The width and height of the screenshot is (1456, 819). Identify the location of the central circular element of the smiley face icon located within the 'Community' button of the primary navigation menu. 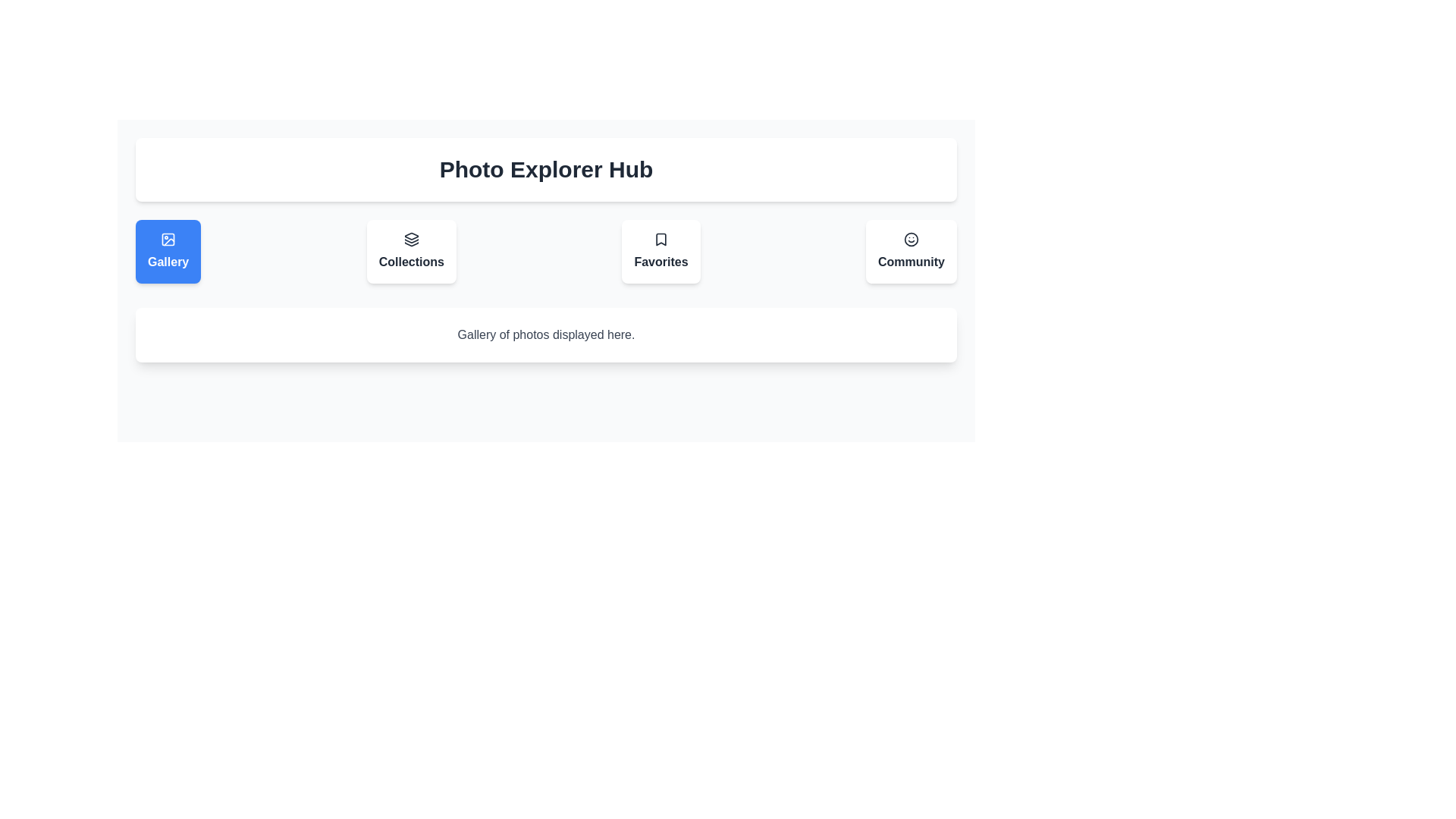
(910, 239).